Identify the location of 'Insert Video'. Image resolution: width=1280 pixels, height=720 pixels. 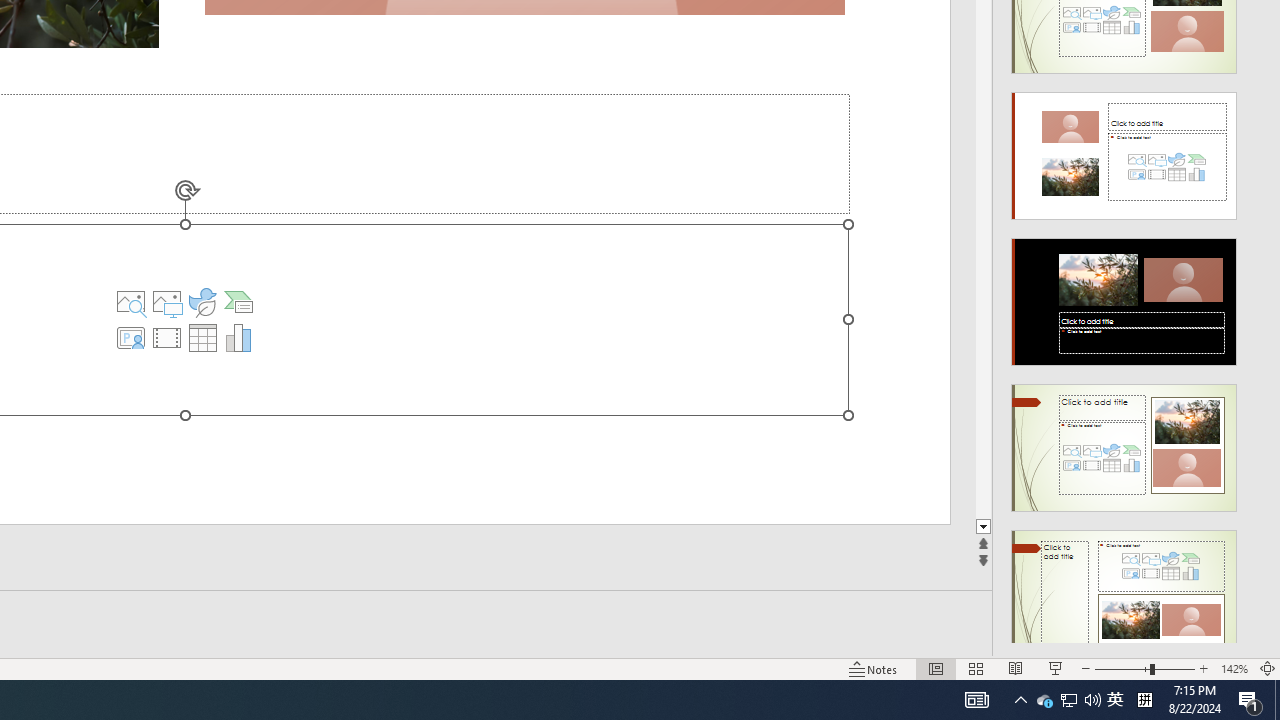
(167, 337).